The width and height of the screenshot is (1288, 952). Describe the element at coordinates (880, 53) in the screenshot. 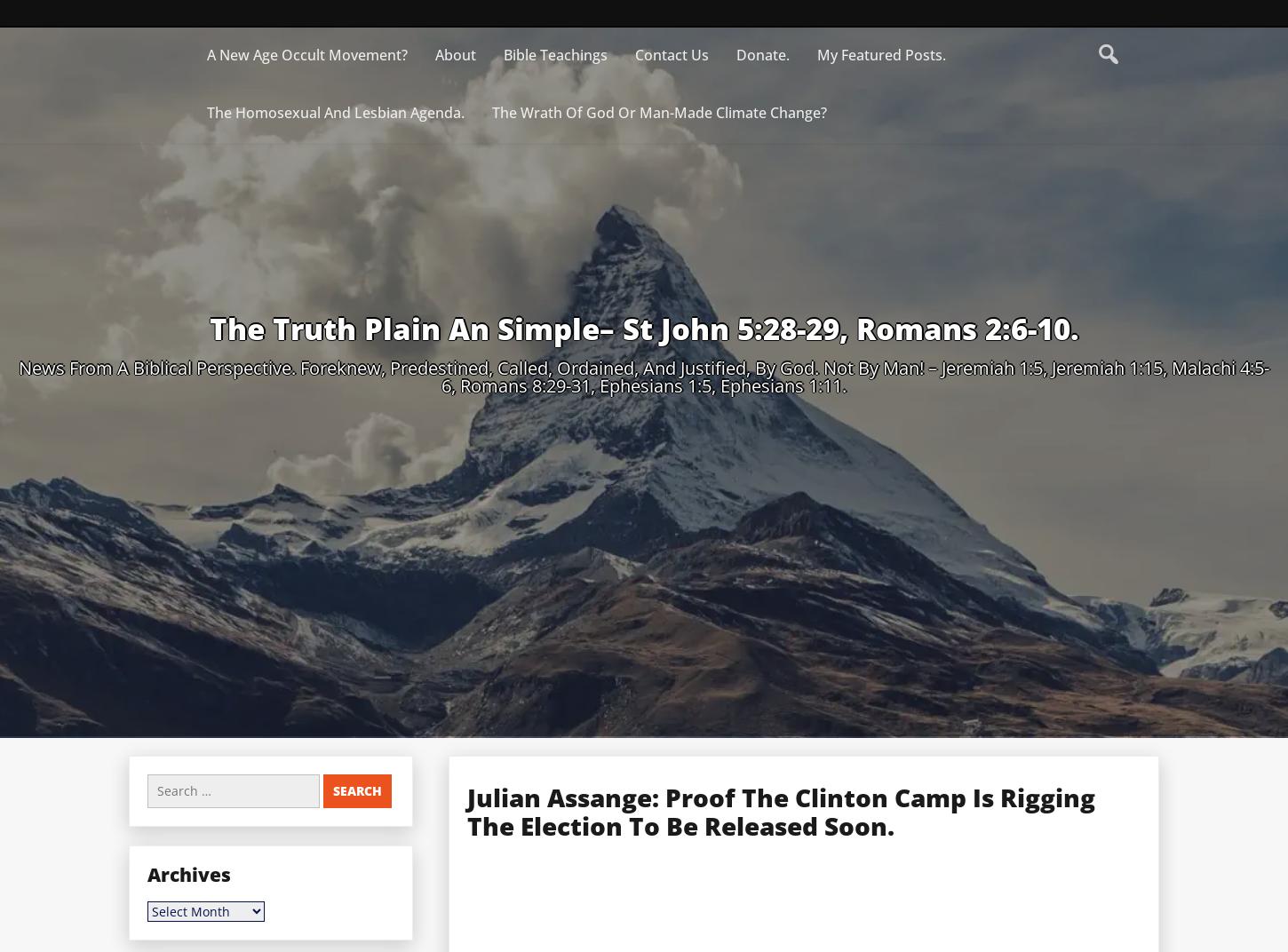

I see `'My Featured Posts.'` at that location.